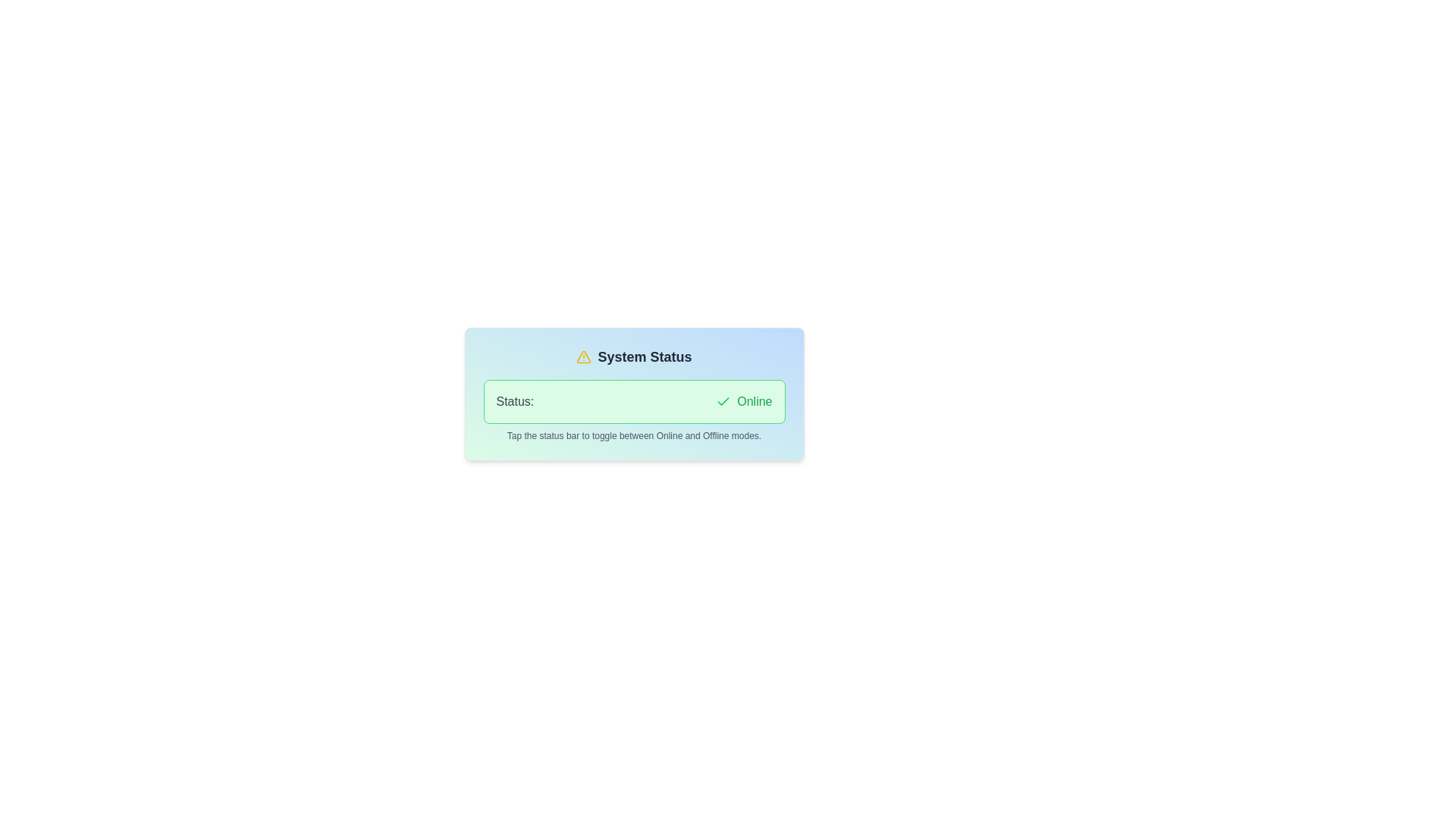  What do you see at coordinates (744, 400) in the screenshot?
I see `the informational text element displaying 'Online' with a green font and a green checkmark icon to its left` at bounding box center [744, 400].